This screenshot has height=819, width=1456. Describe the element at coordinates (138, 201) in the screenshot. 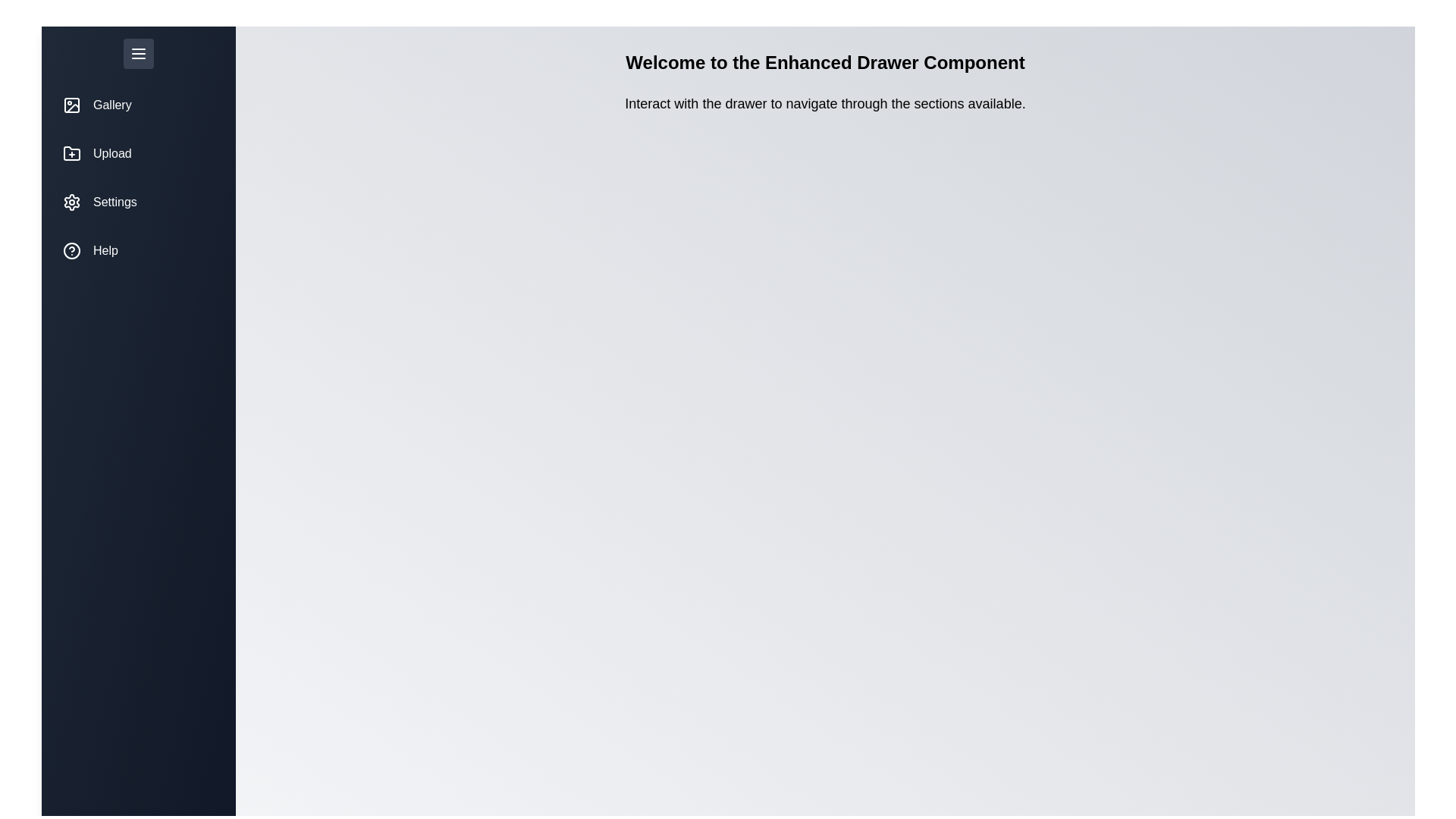

I see `the 'Settings' section in the drawer` at that location.